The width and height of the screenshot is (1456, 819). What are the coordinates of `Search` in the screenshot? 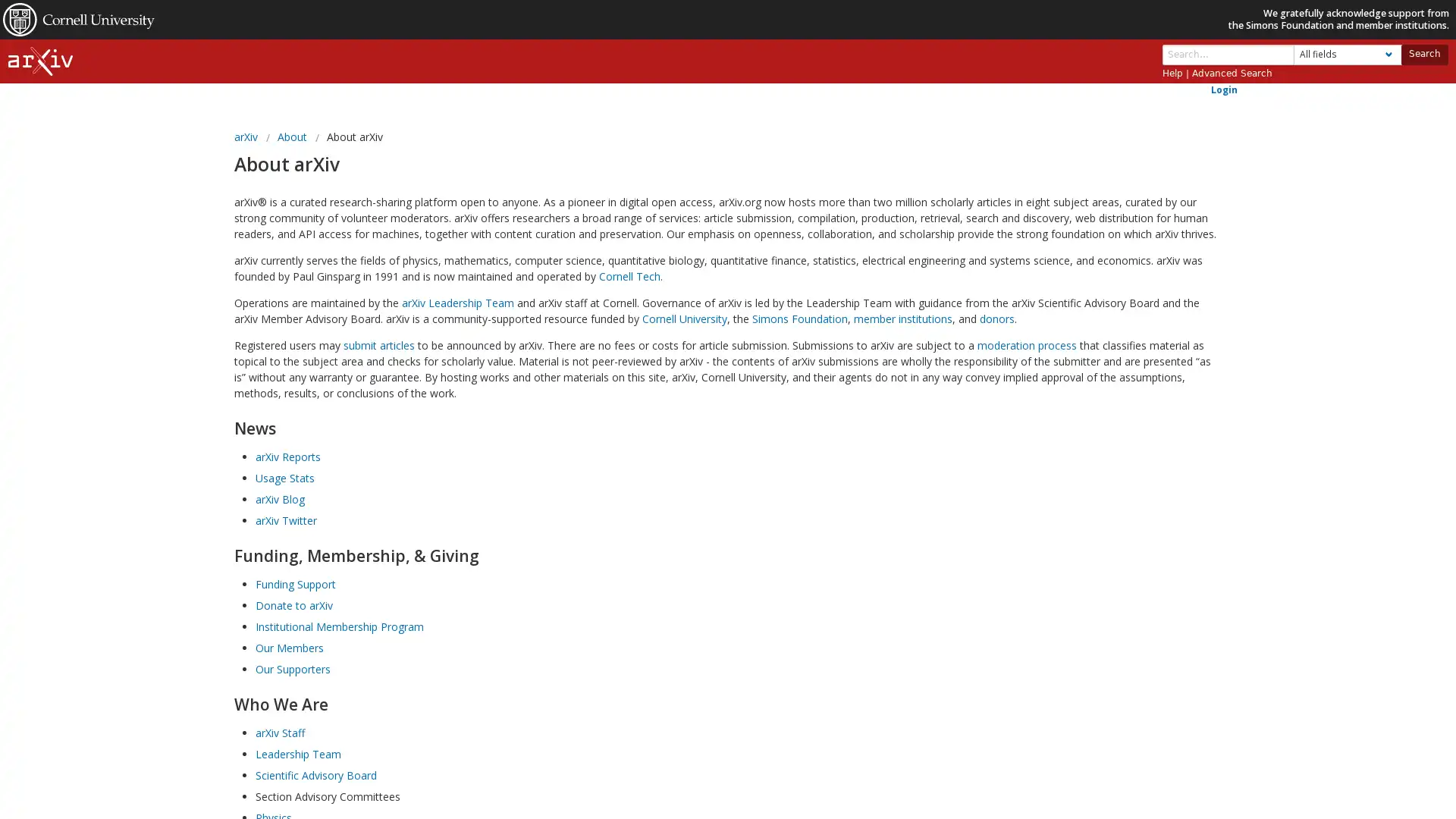 It's located at (1423, 53).